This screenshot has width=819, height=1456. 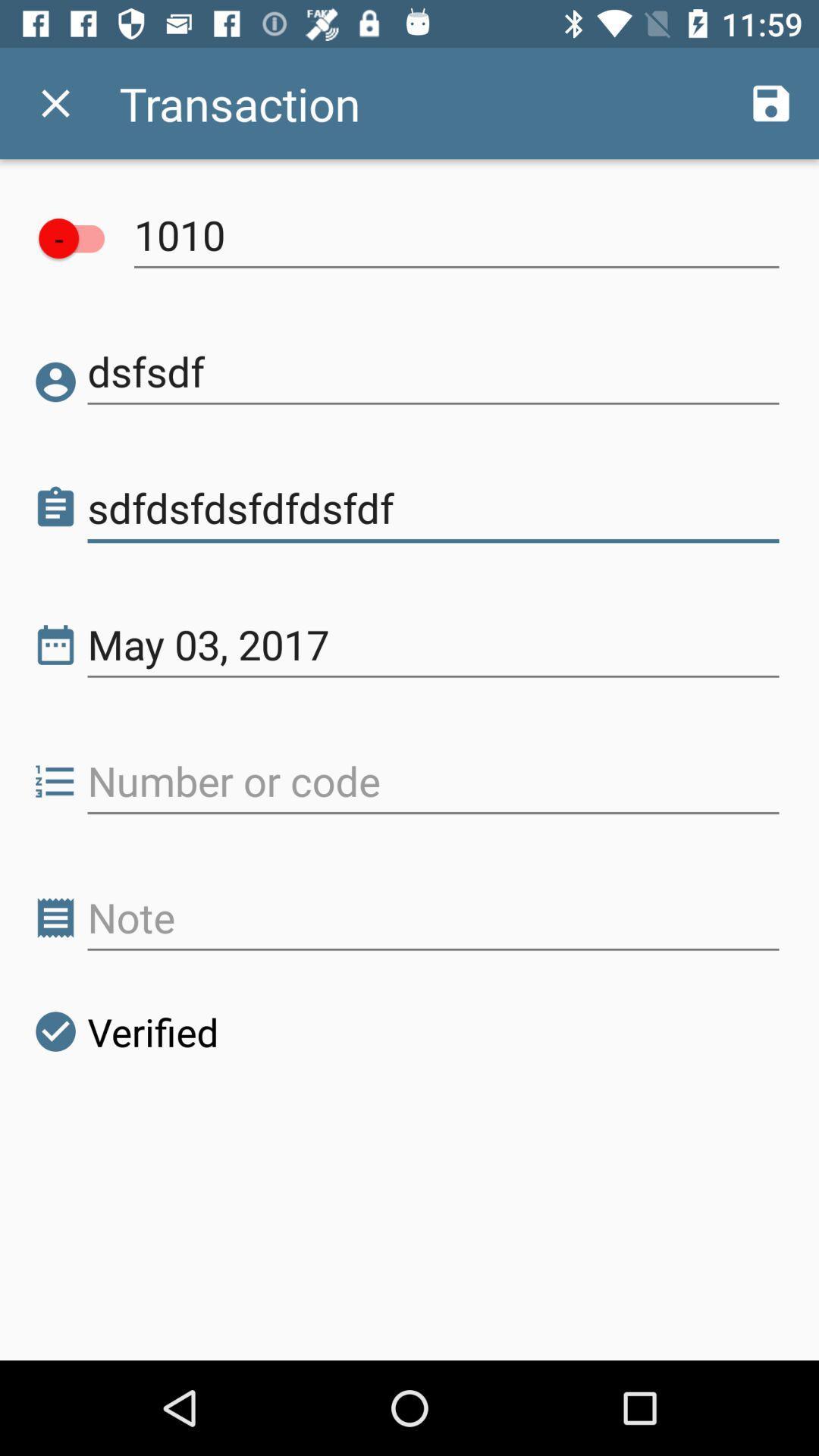 I want to click on the icon to the left of the may 03, 2017, so click(x=55, y=645).